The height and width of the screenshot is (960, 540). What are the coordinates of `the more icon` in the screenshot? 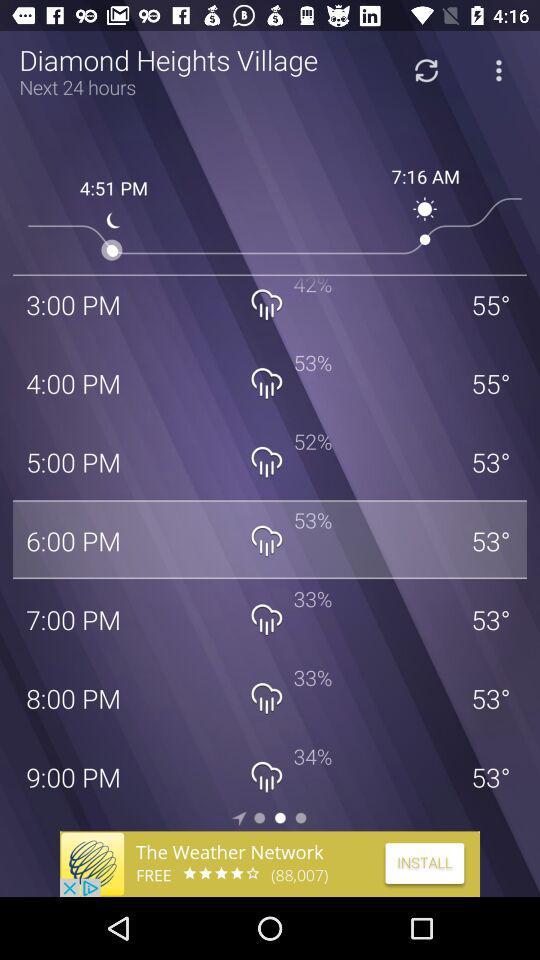 It's located at (497, 70).